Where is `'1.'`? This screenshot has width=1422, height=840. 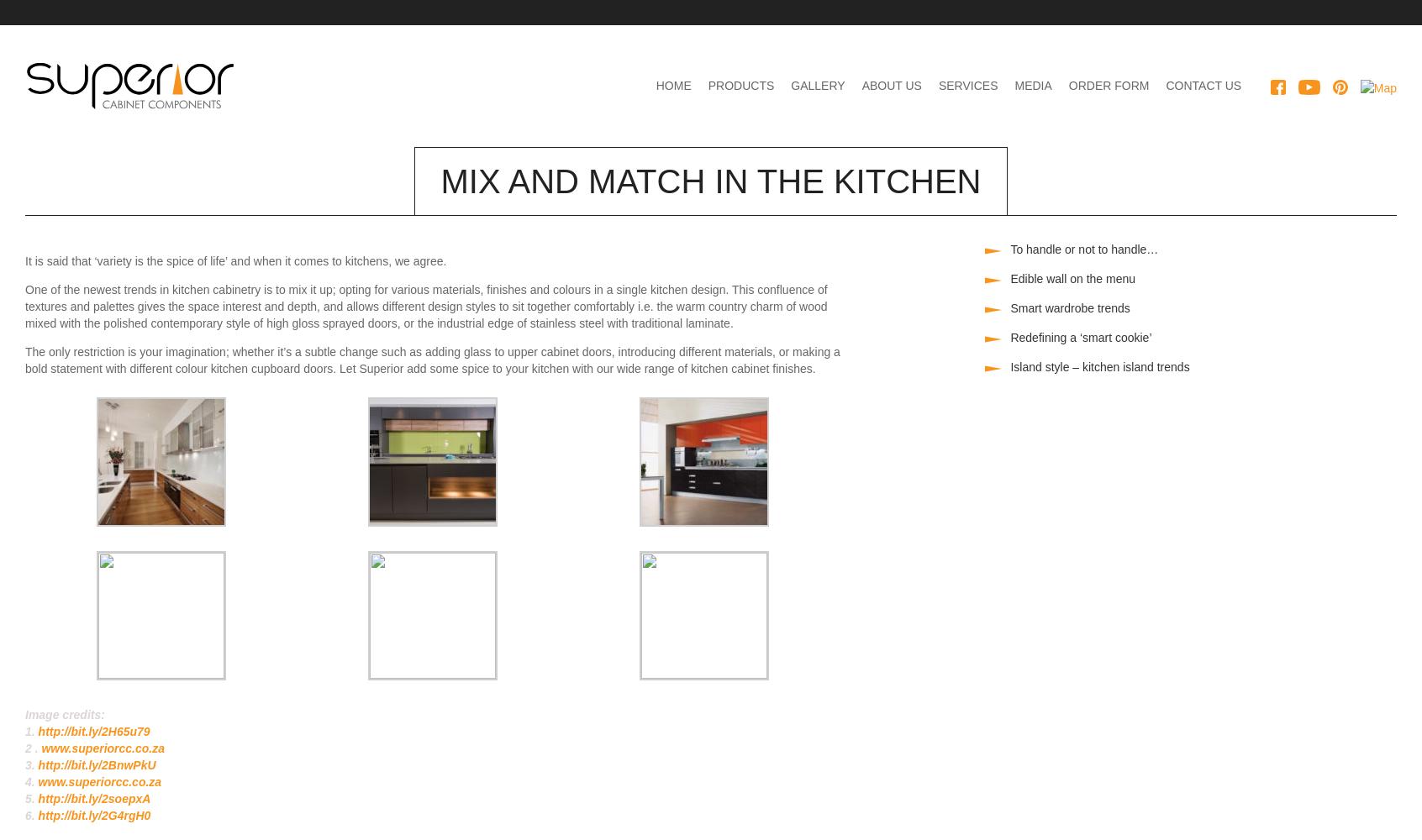 '1.' is located at coordinates (24, 731).